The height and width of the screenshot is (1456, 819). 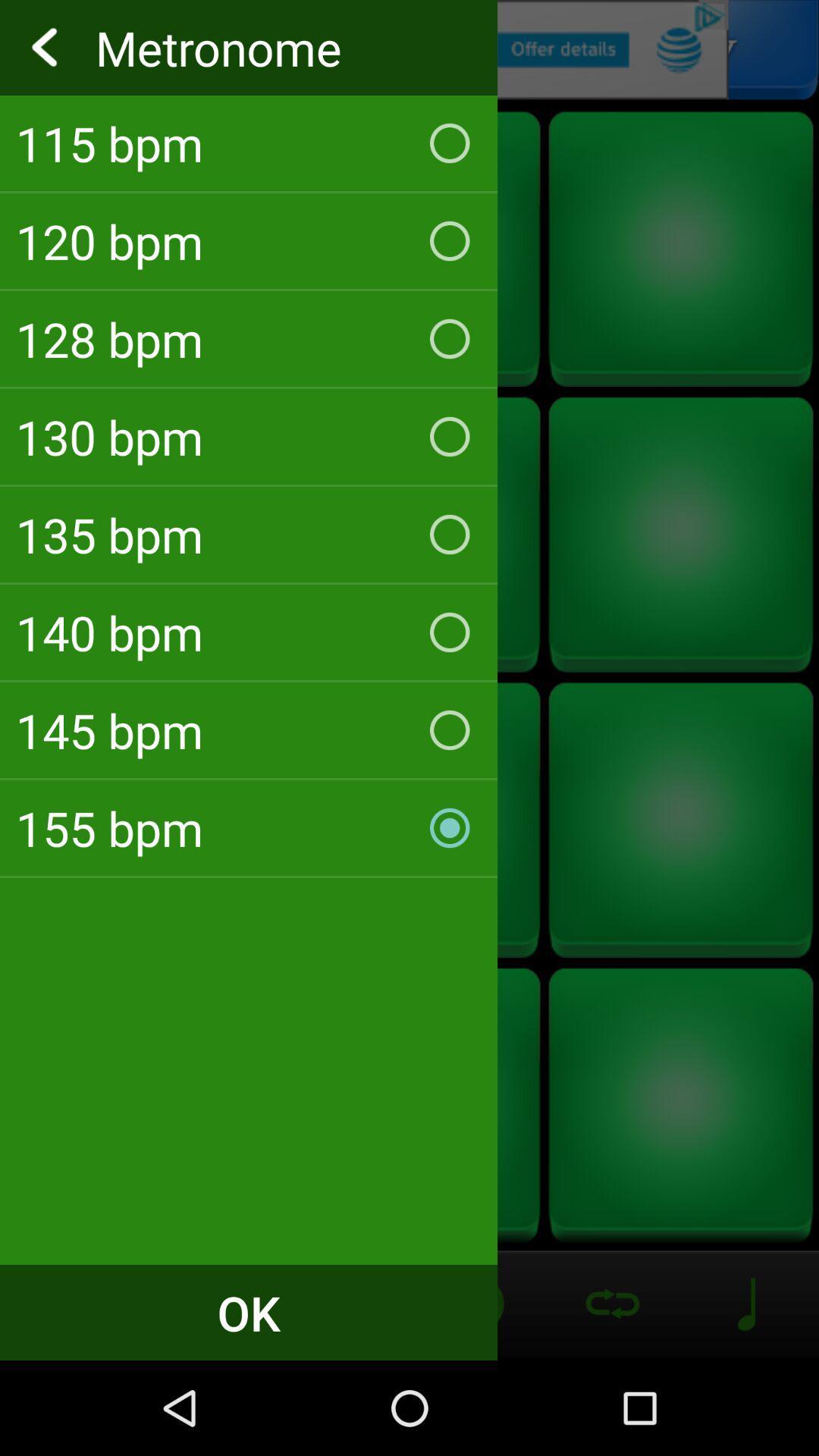 What do you see at coordinates (248, 535) in the screenshot?
I see `the icon above 140 bpm checkbox` at bounding box center [248, 535].